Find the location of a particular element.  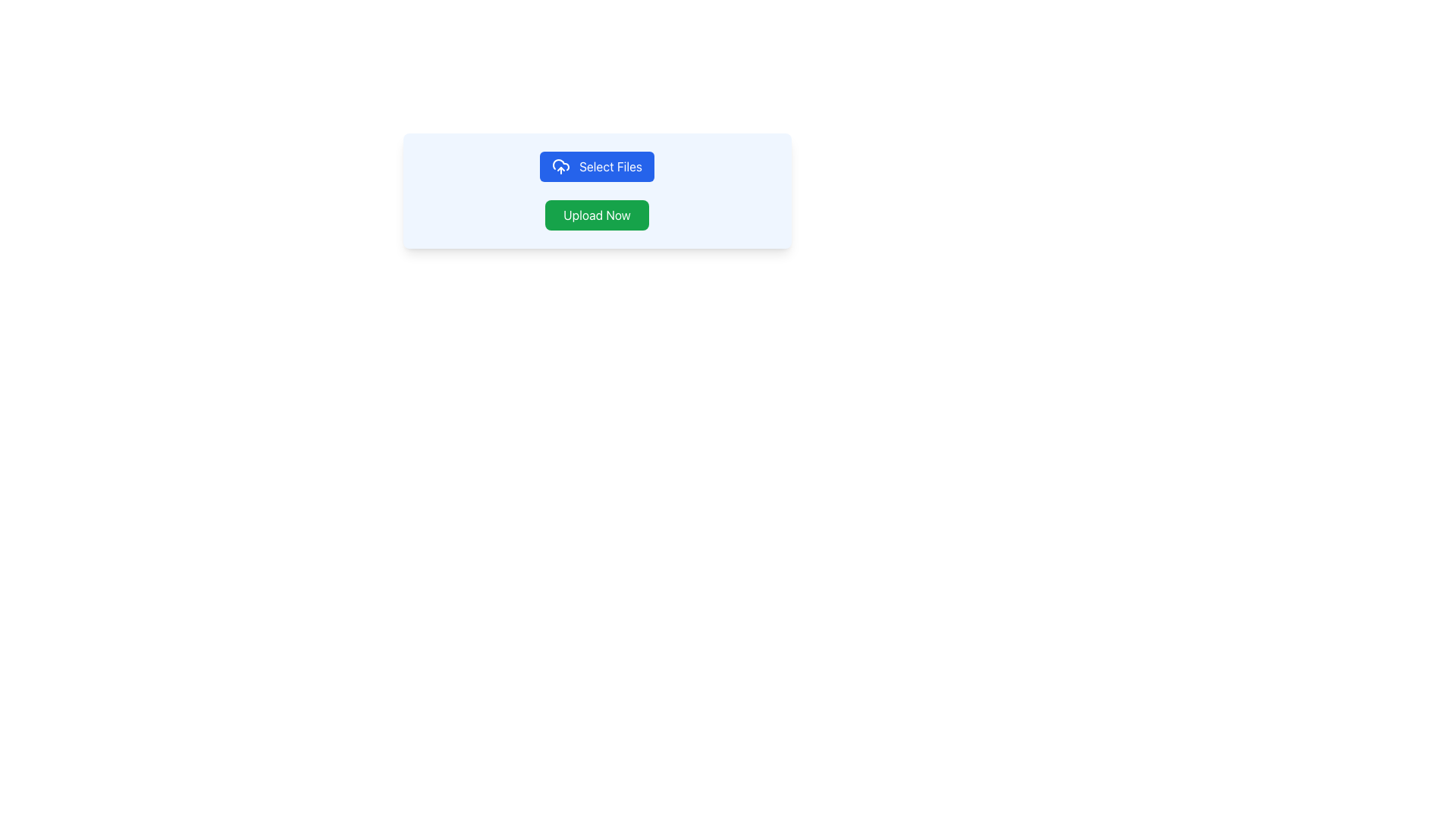

the upload button located beneath the 'Select Files' button to observe its hover effect is located at coordinates (596, 215).